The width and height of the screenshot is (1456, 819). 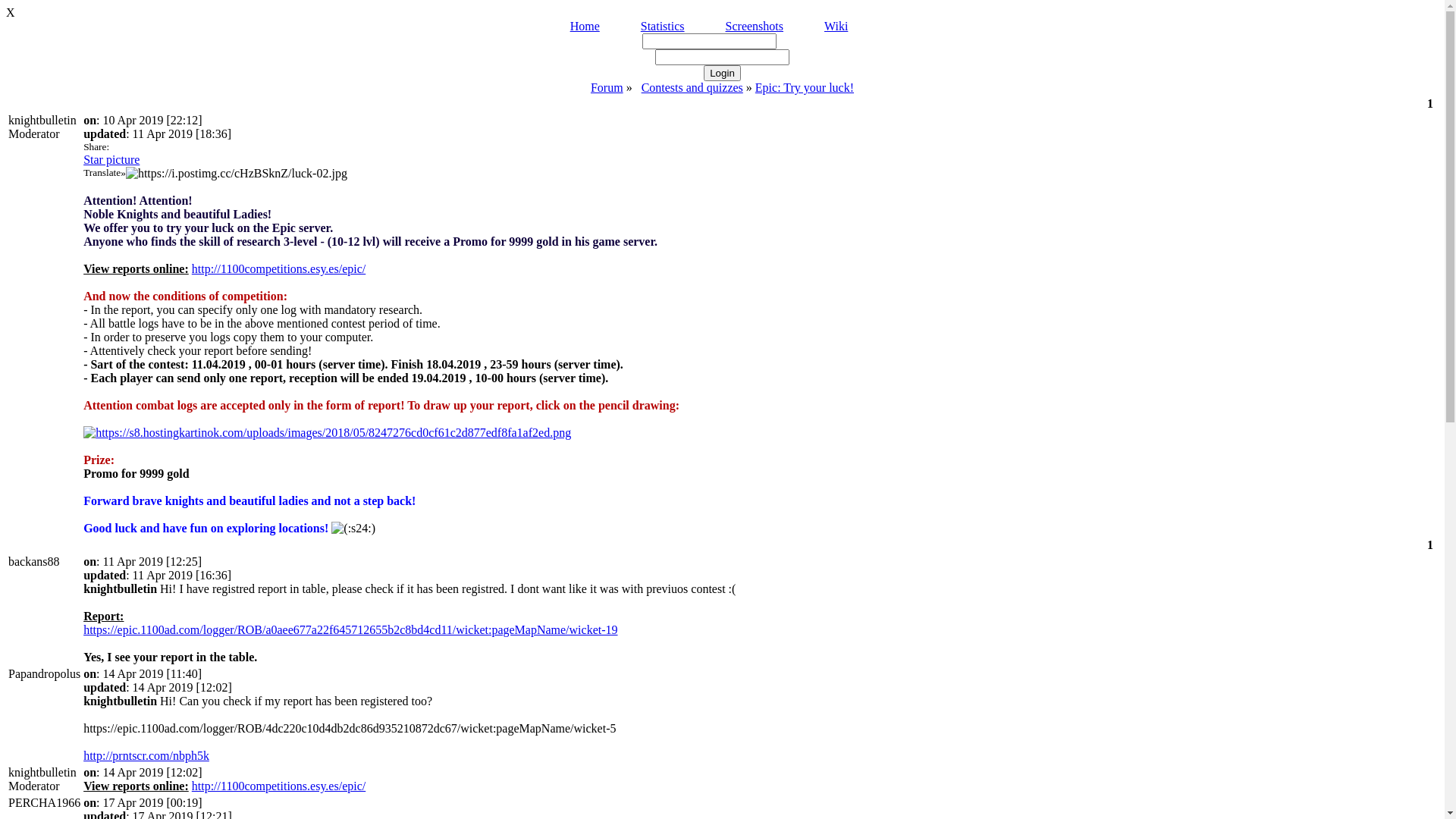 What do you see at coordinates (6, 12) in the screenshot?
I see `'X'` at bounding box center [6, 12].